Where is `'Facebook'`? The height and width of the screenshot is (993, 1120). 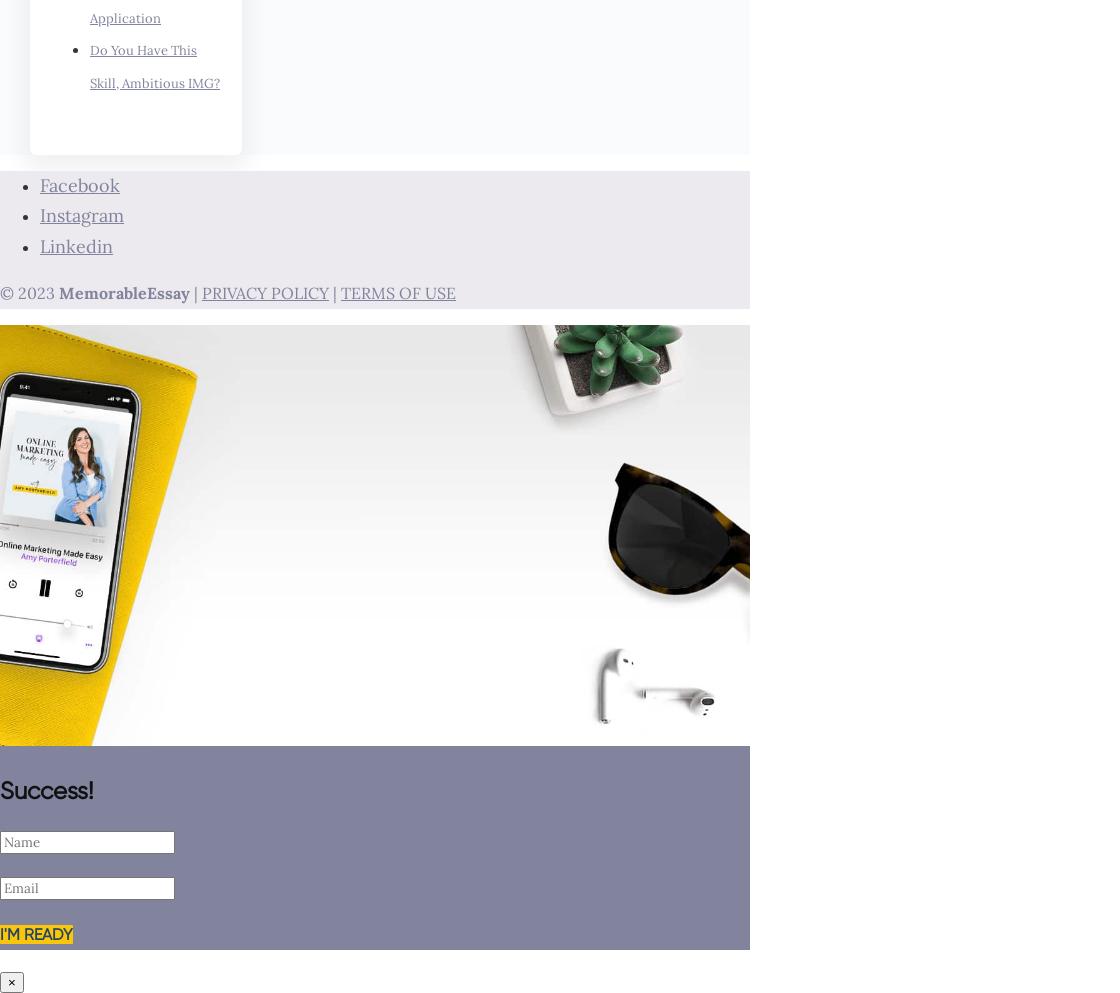 'Facebook' is located at coordinates (39, 184).